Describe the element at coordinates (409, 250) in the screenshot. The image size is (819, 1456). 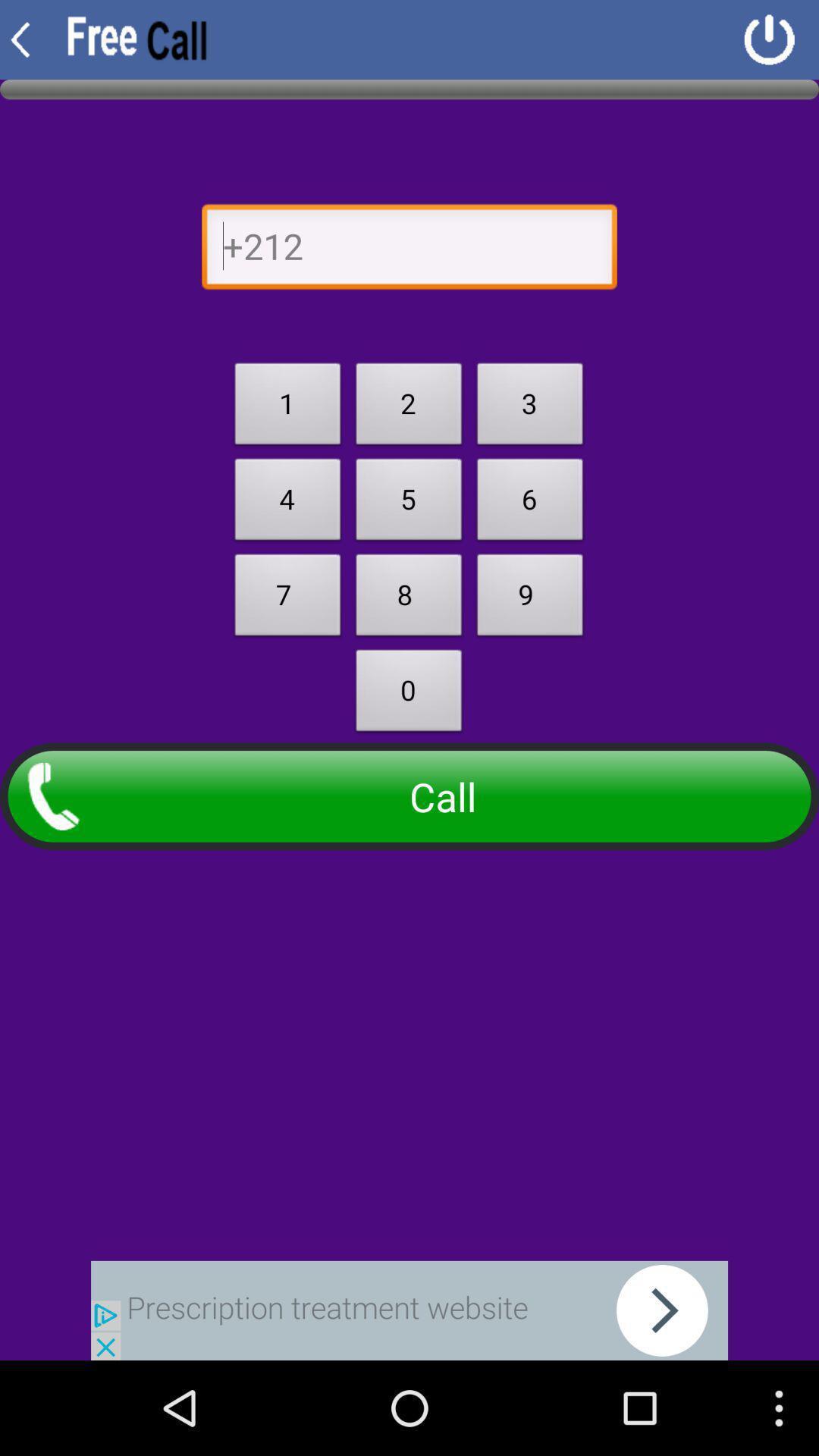
I see `go back` at that location.